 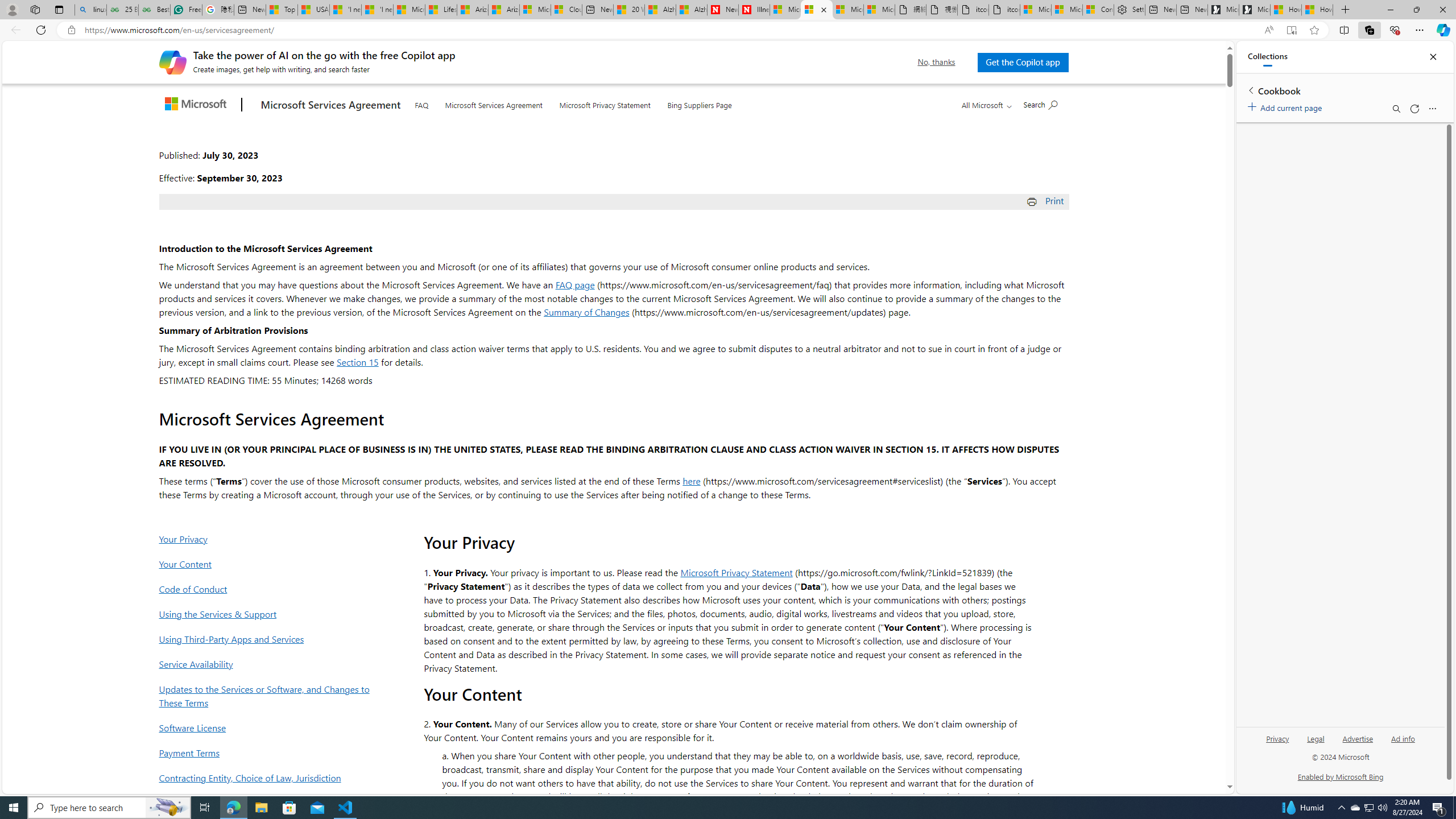 I want to click on 'Get the Copilot app ', so click(x=1022, y=61).